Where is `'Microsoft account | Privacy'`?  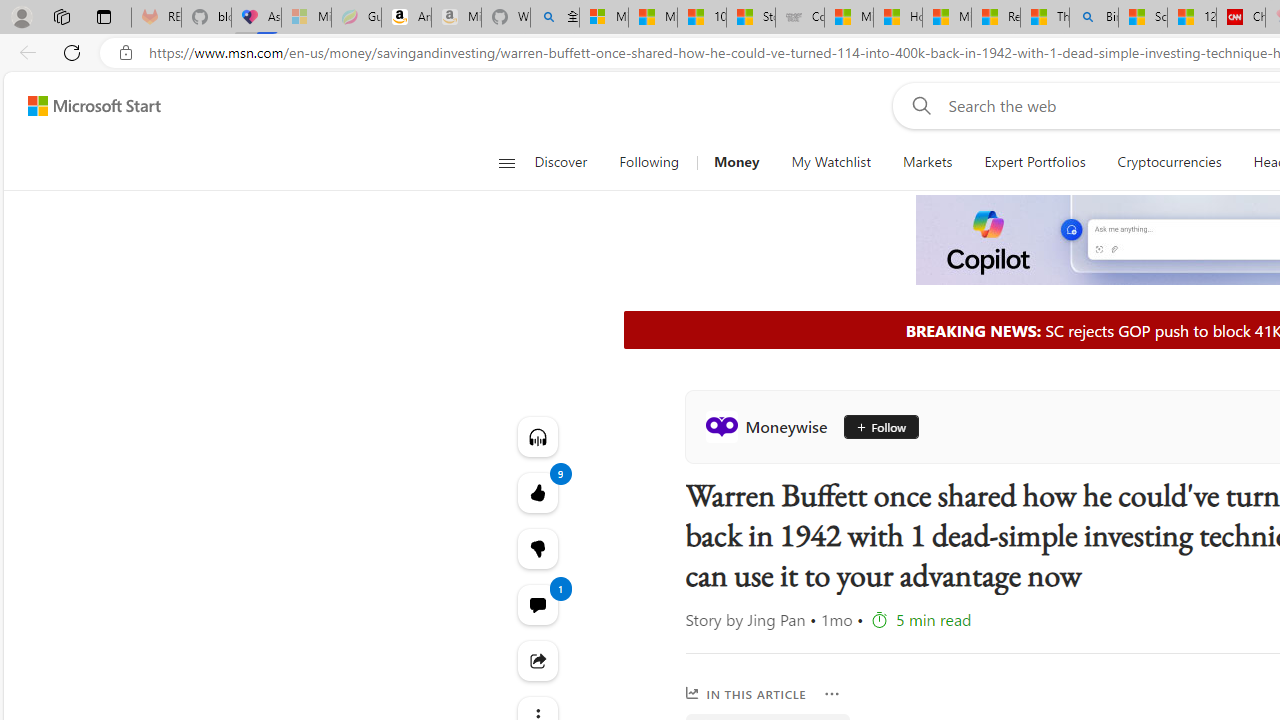 'Microsoft account | Privacy' is located at coordinates (603, 17).